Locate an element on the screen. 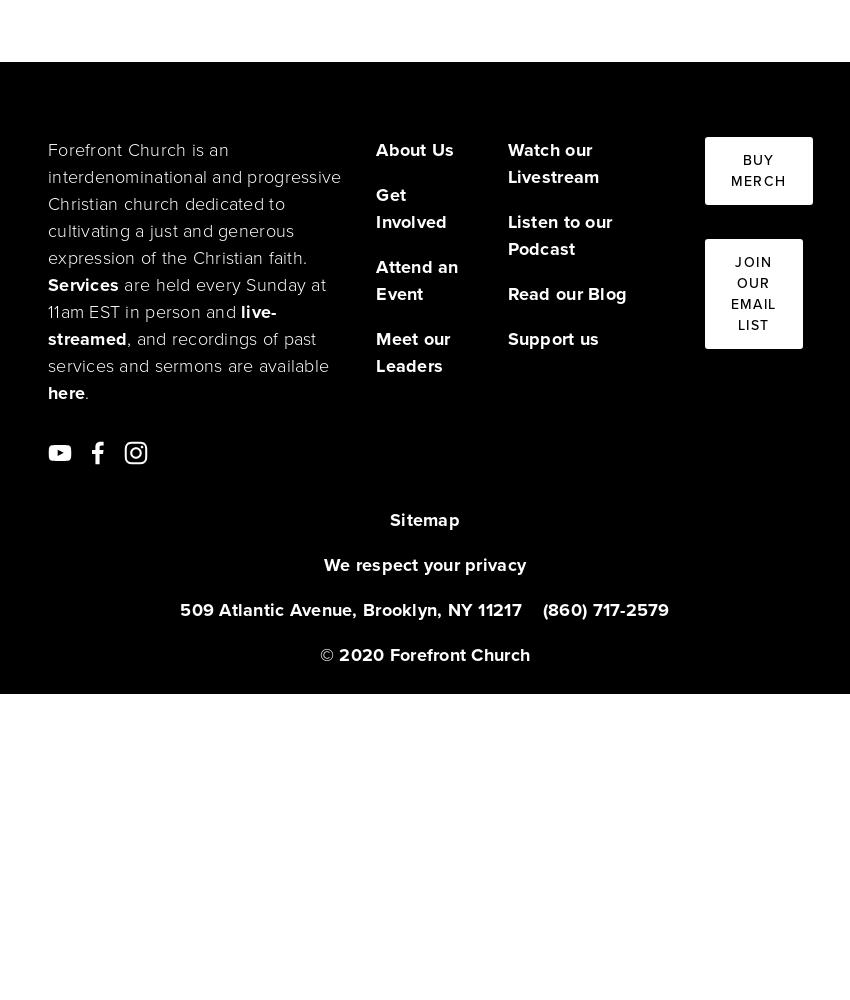 This screenshot has height=1000, width=850. 'Meet our Leaders' is located at coordinates (415, 351).